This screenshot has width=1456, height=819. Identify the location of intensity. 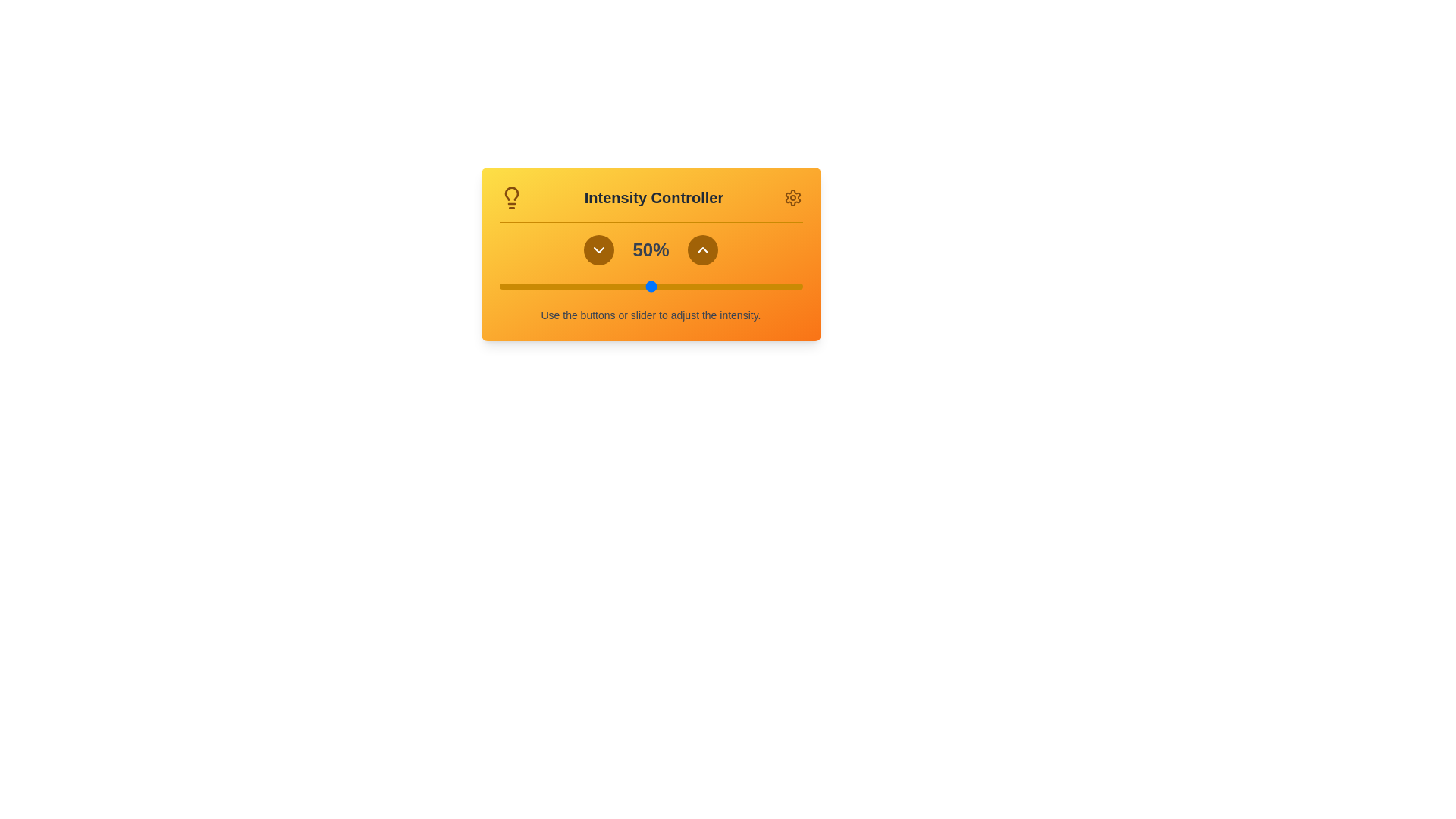
(645, 287).